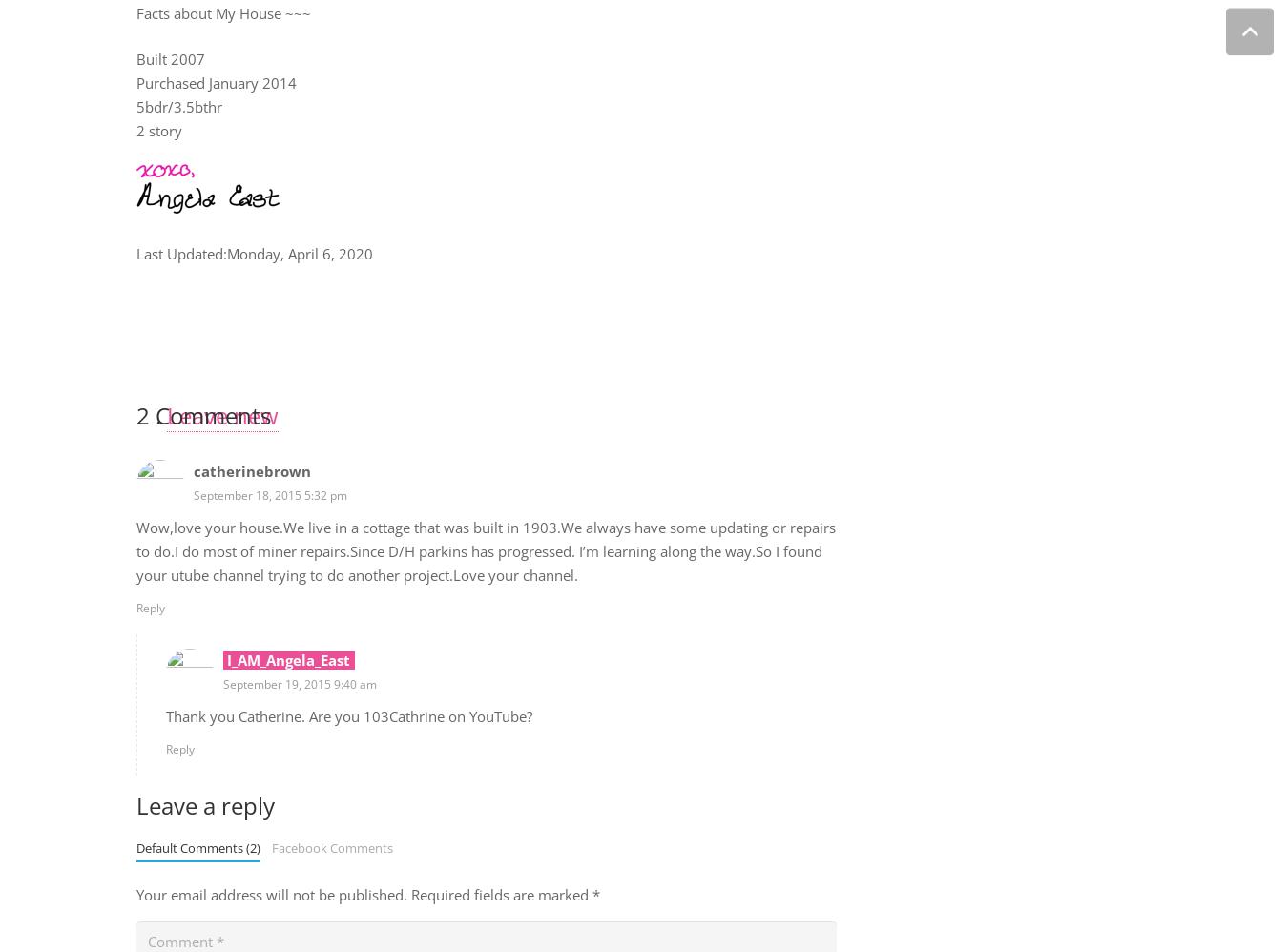 This screenshot has height=952, width=1288. I want to click on 'Your email address will not be published.', so click(270, 895).